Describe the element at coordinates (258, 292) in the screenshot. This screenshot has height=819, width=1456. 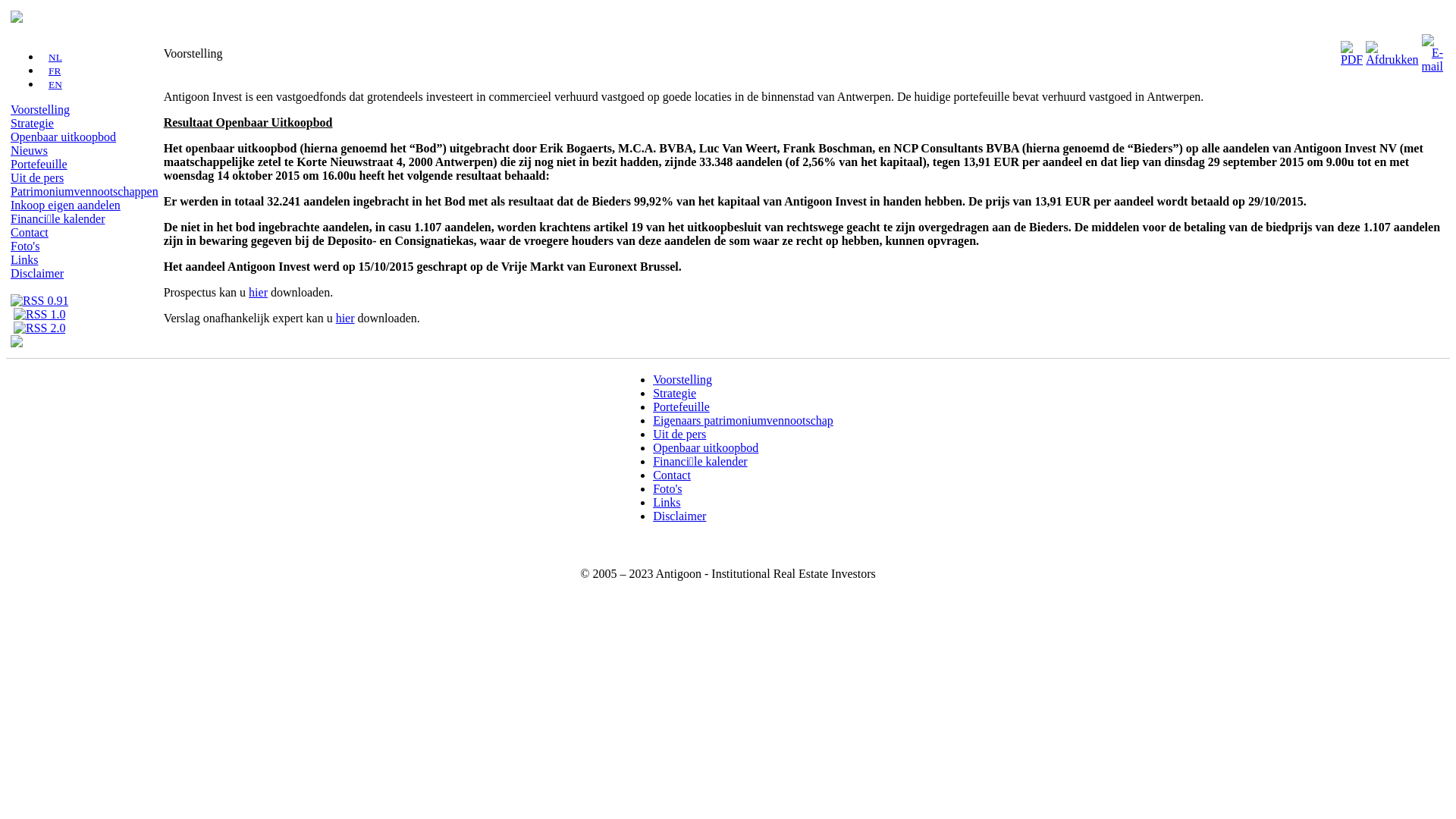
I see `'hier'` at that location.